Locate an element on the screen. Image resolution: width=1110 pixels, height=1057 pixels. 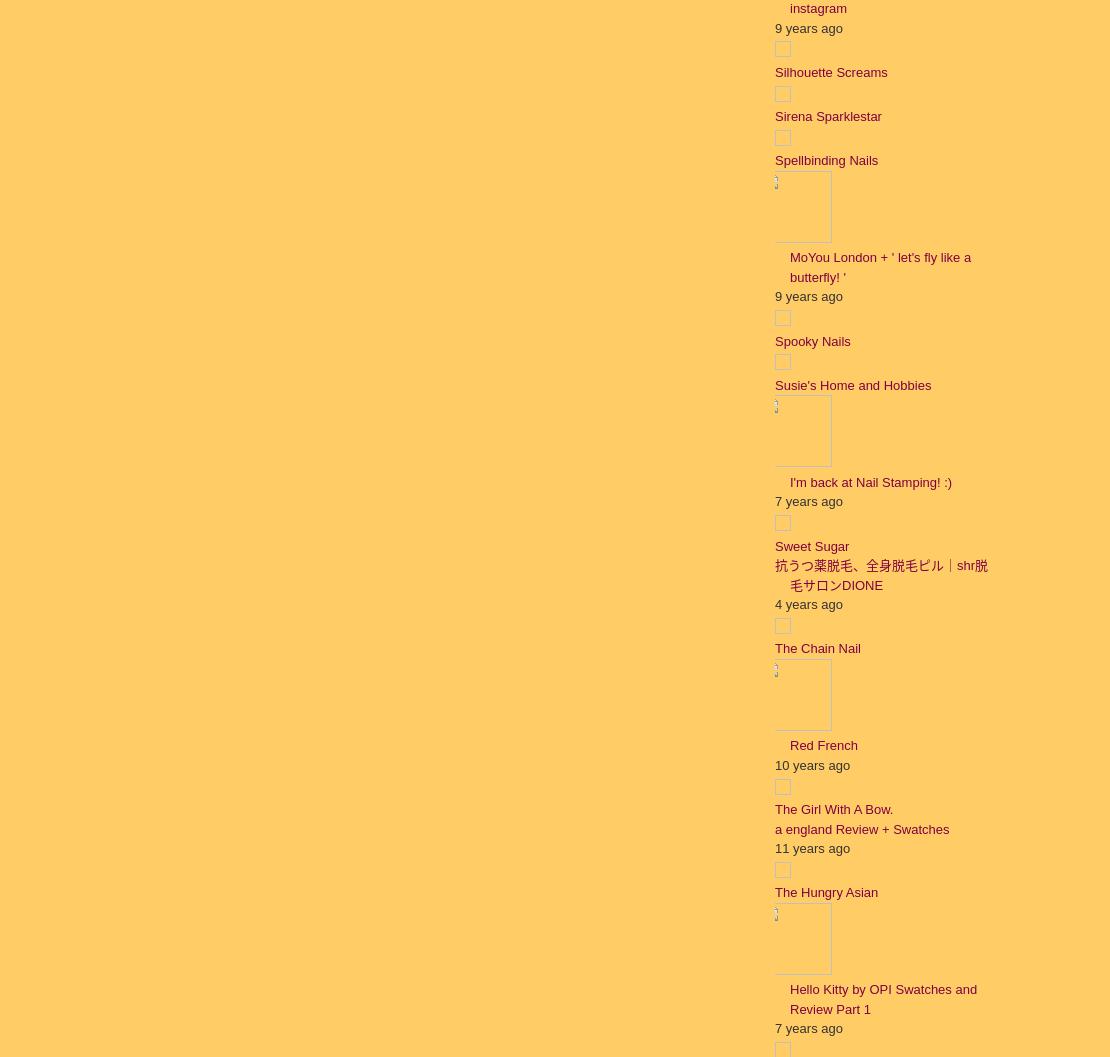
'a england Review + Swatches' is located at coordinates (861, 828).